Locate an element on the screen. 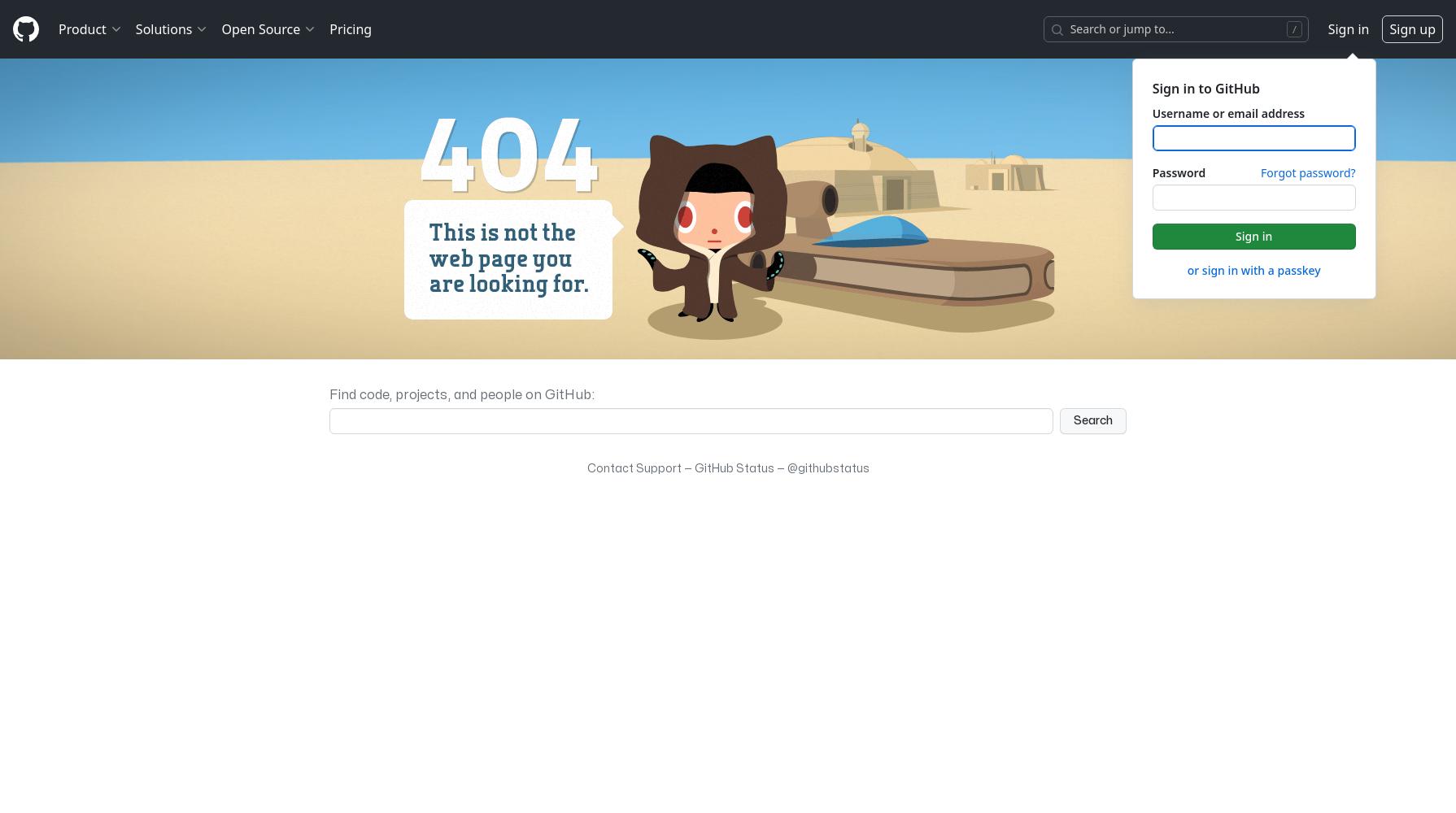  'White papers, Ebooks, Webinars' is located at coordinates (223, 410).